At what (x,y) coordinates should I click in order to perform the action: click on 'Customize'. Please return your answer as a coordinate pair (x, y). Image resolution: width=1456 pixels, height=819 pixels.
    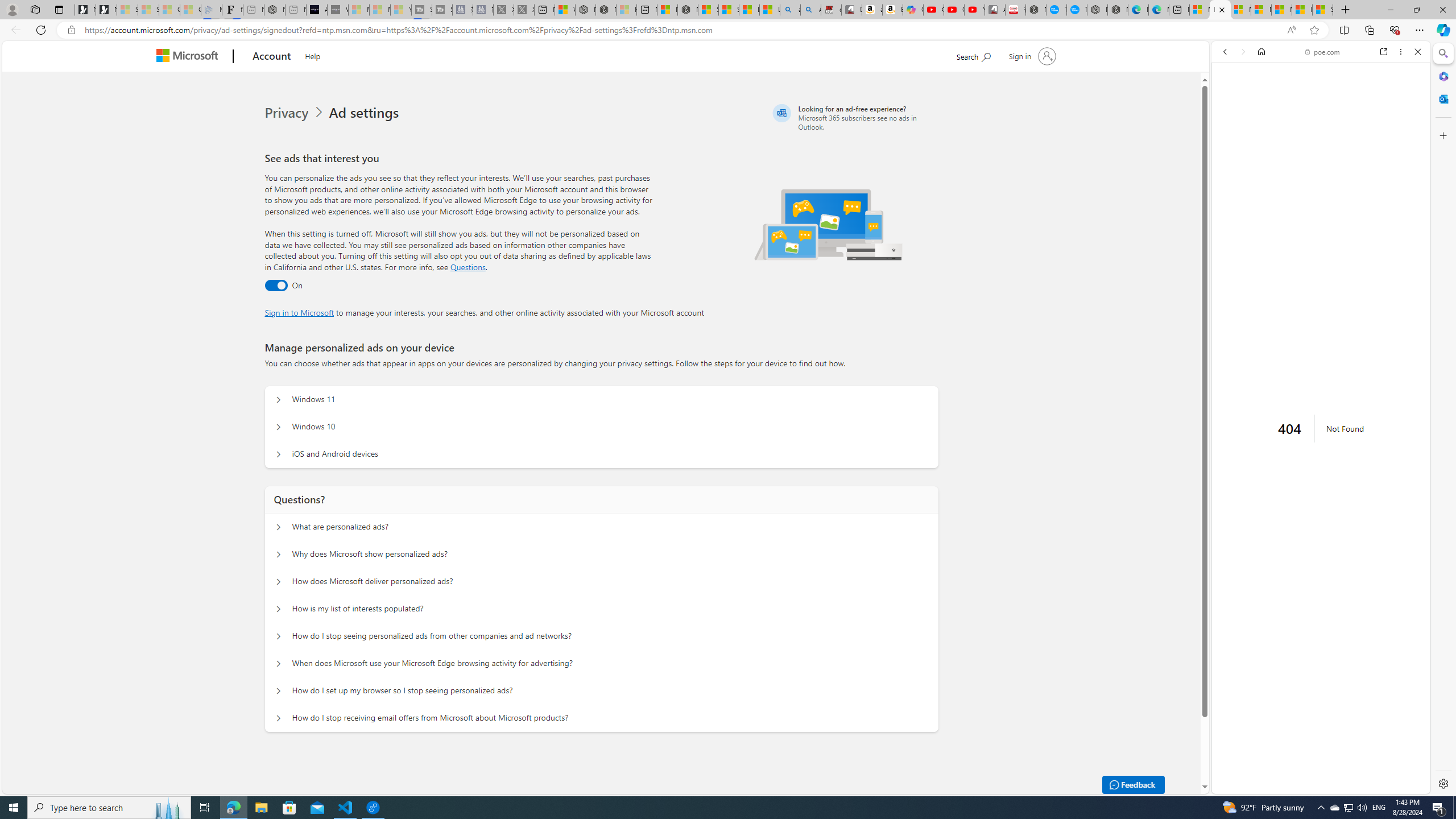
    Looking at the image, I should click on (1442, 135).